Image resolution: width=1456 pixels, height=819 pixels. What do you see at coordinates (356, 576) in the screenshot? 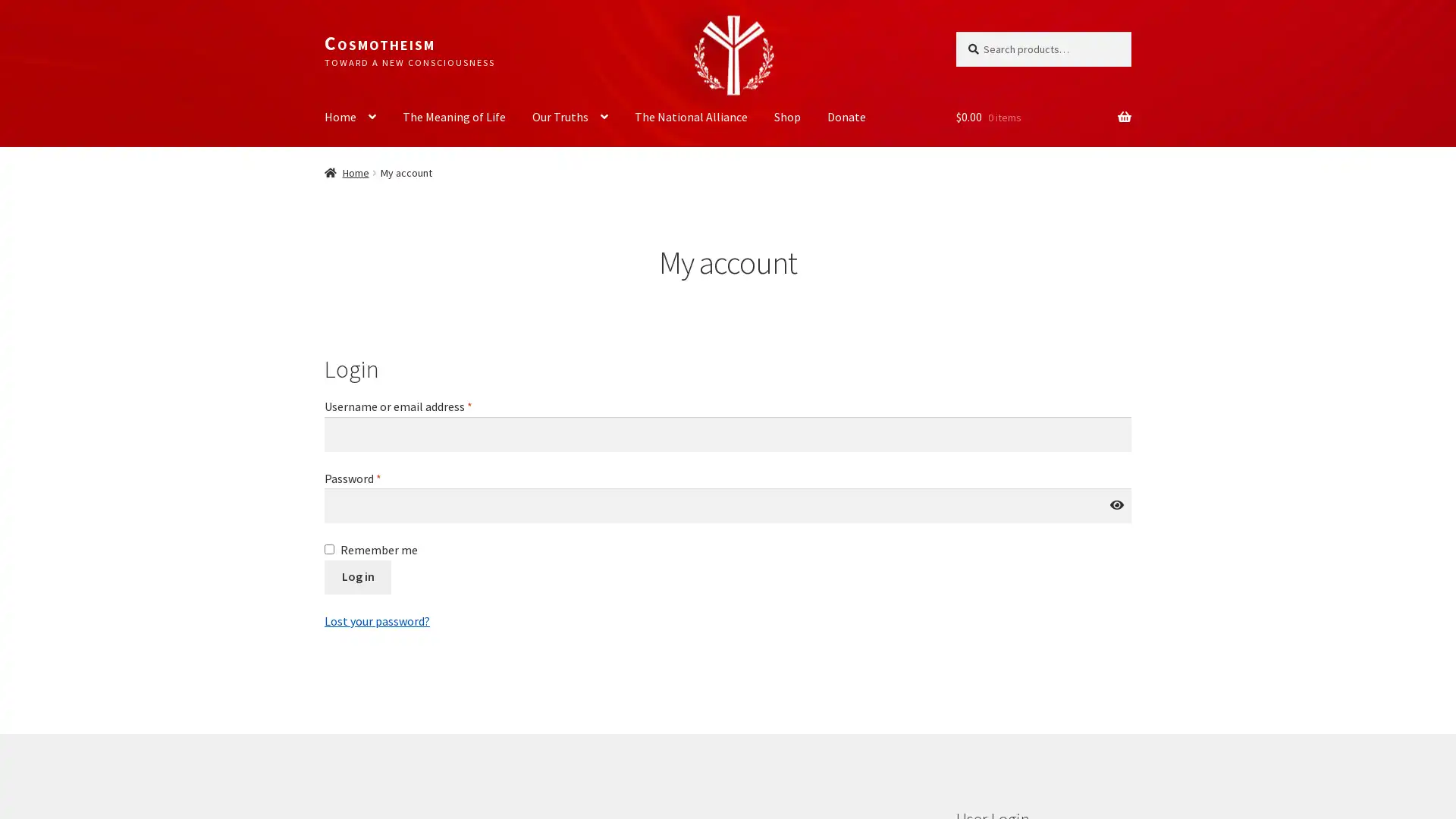
I see `Log in` at bounding box center [356, 576].